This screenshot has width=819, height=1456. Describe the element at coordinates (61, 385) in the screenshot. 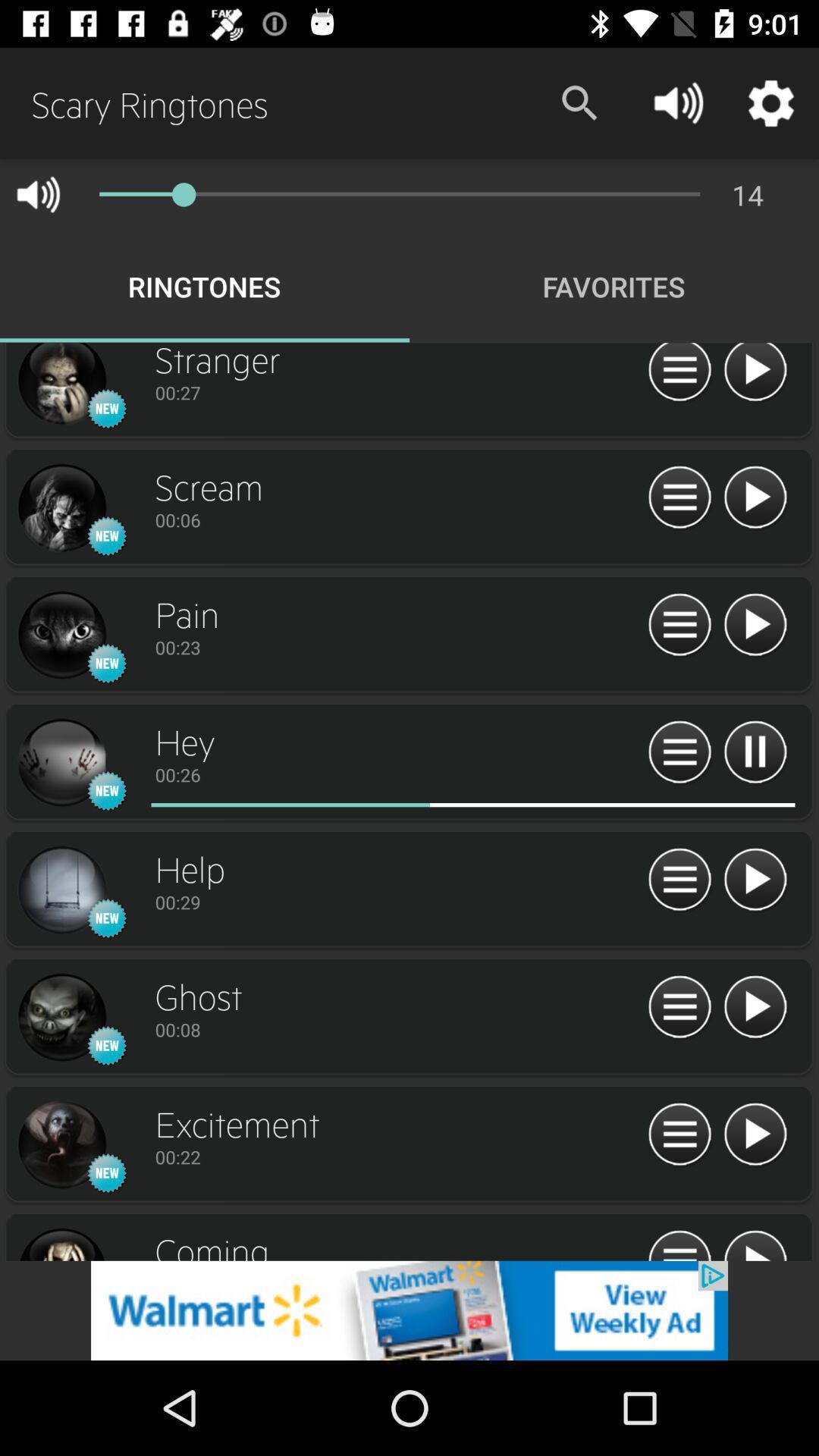

I see `icon details` at that location.